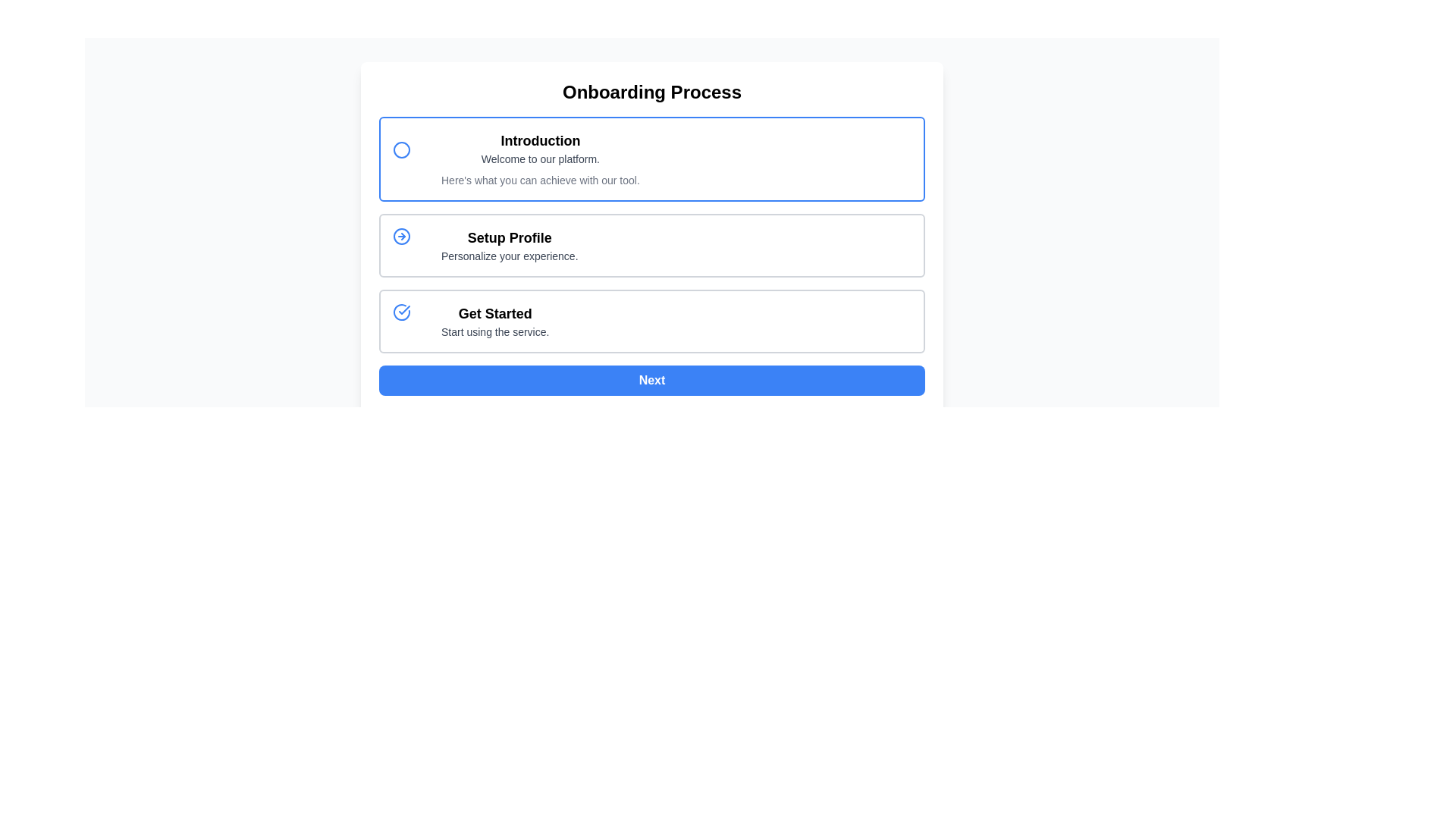 The width and height of the screenshot is (1456, 819). I want to click on the informational section that guides the user towards setting up their profile, located between the 'Introduction' and 'Get Started' sections, so click(651, 245).